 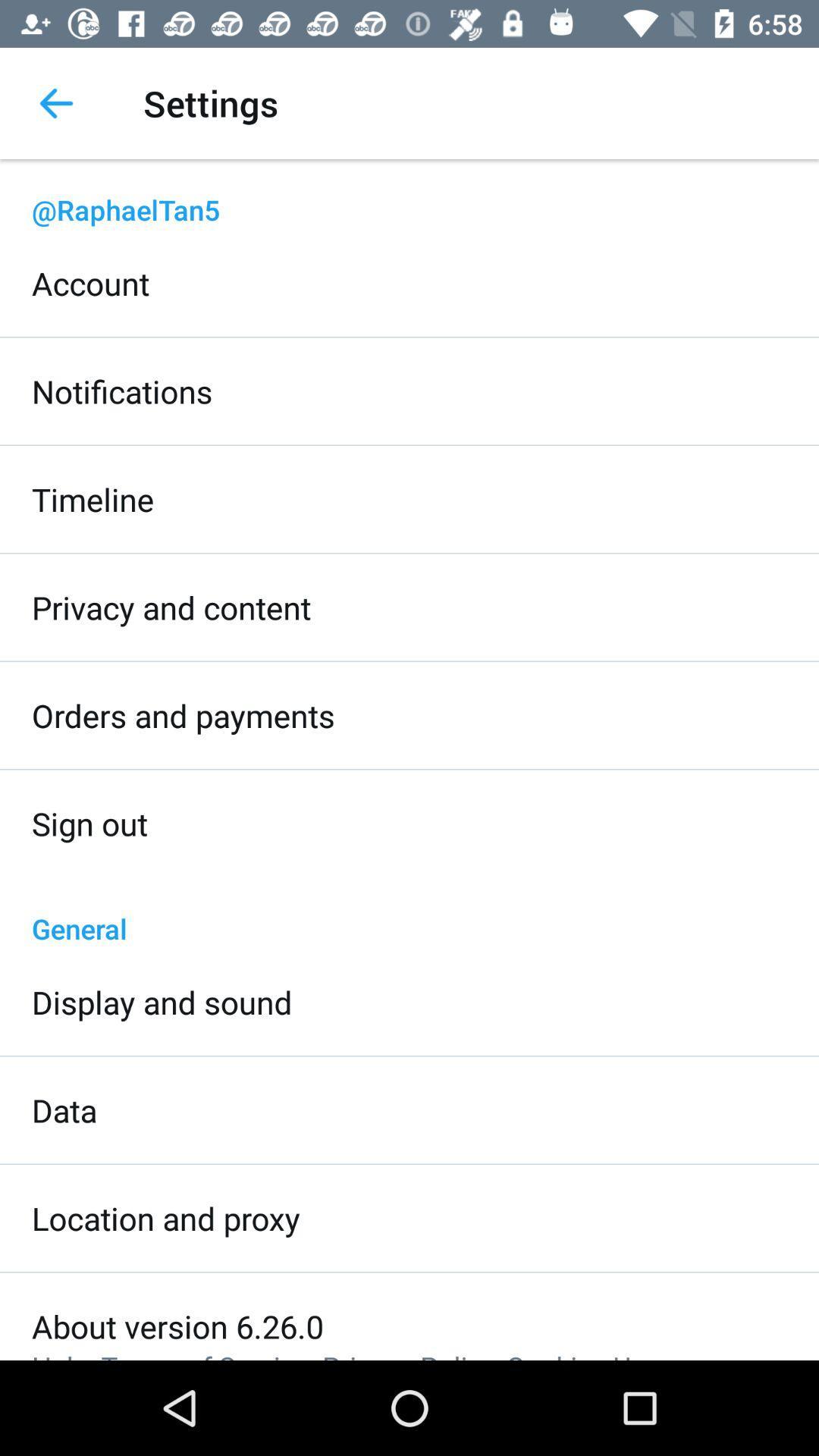 I want to click on the account icon, so click(x=90, y=283).